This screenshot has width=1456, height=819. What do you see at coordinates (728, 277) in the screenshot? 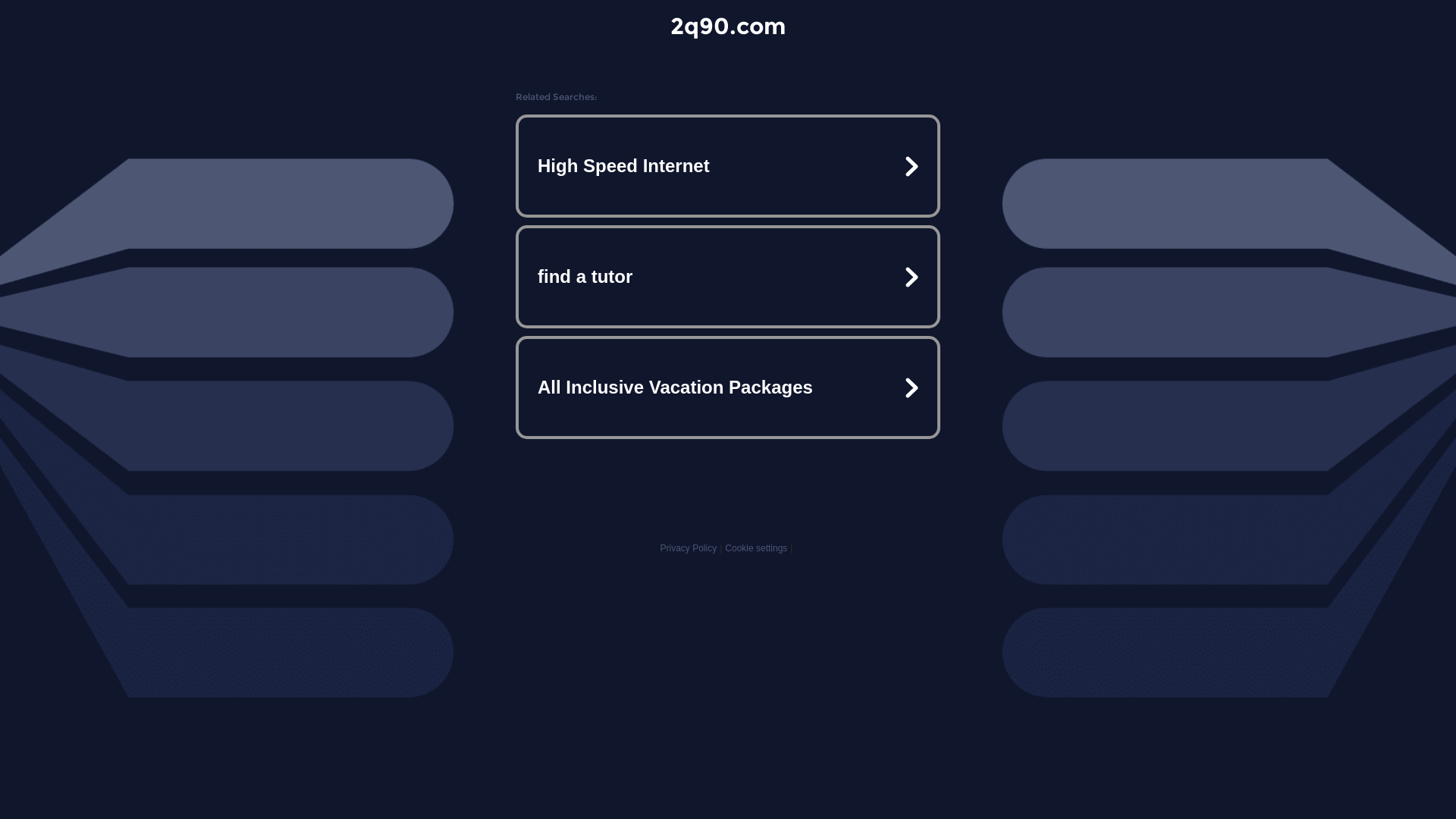
I see `'find a tutor'` at bounding box center [728, 277].